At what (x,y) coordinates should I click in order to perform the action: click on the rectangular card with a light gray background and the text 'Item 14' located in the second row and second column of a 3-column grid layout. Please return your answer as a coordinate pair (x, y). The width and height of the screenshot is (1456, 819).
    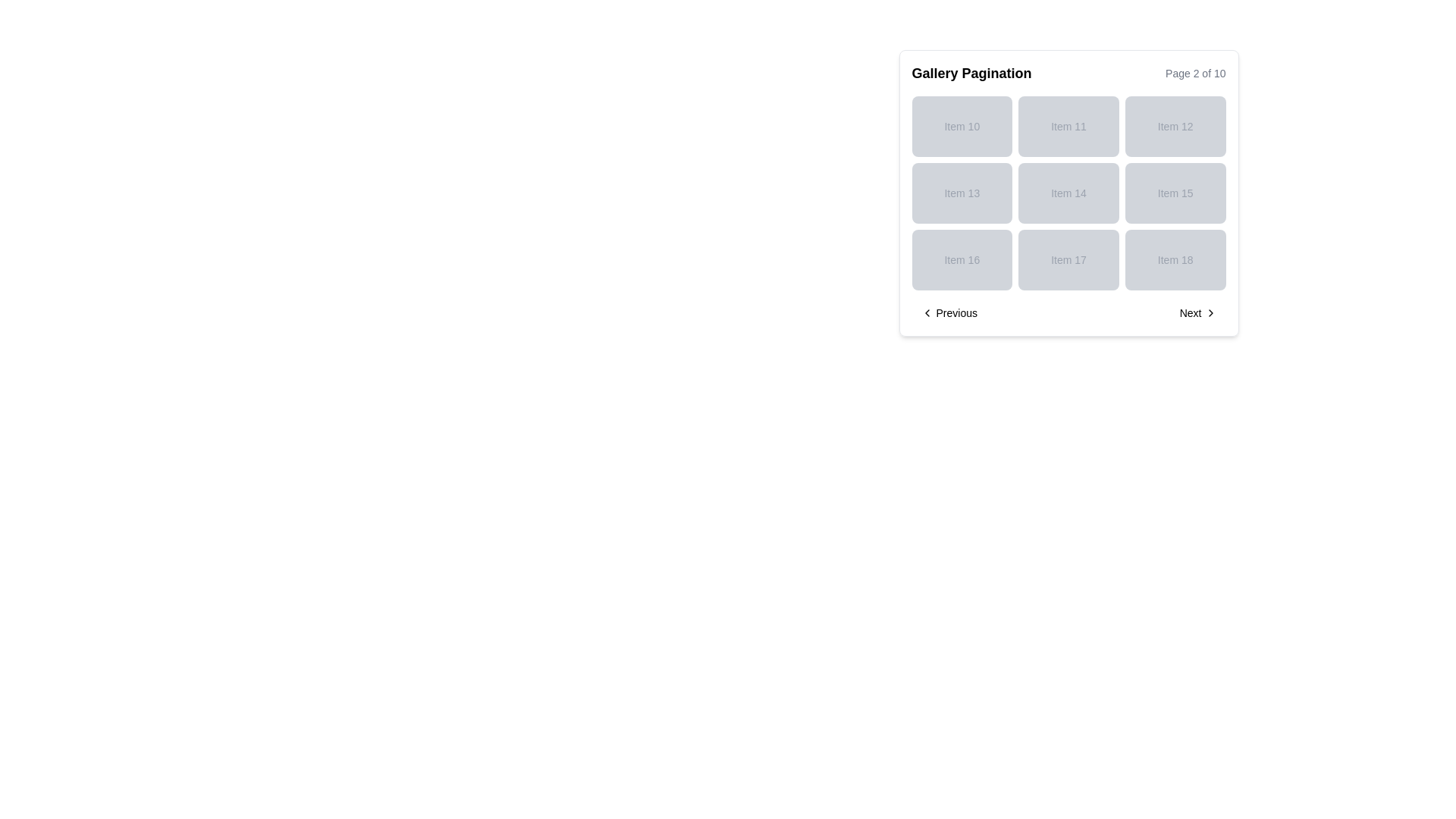
    Looking at the image, I should click on (1068, 192).